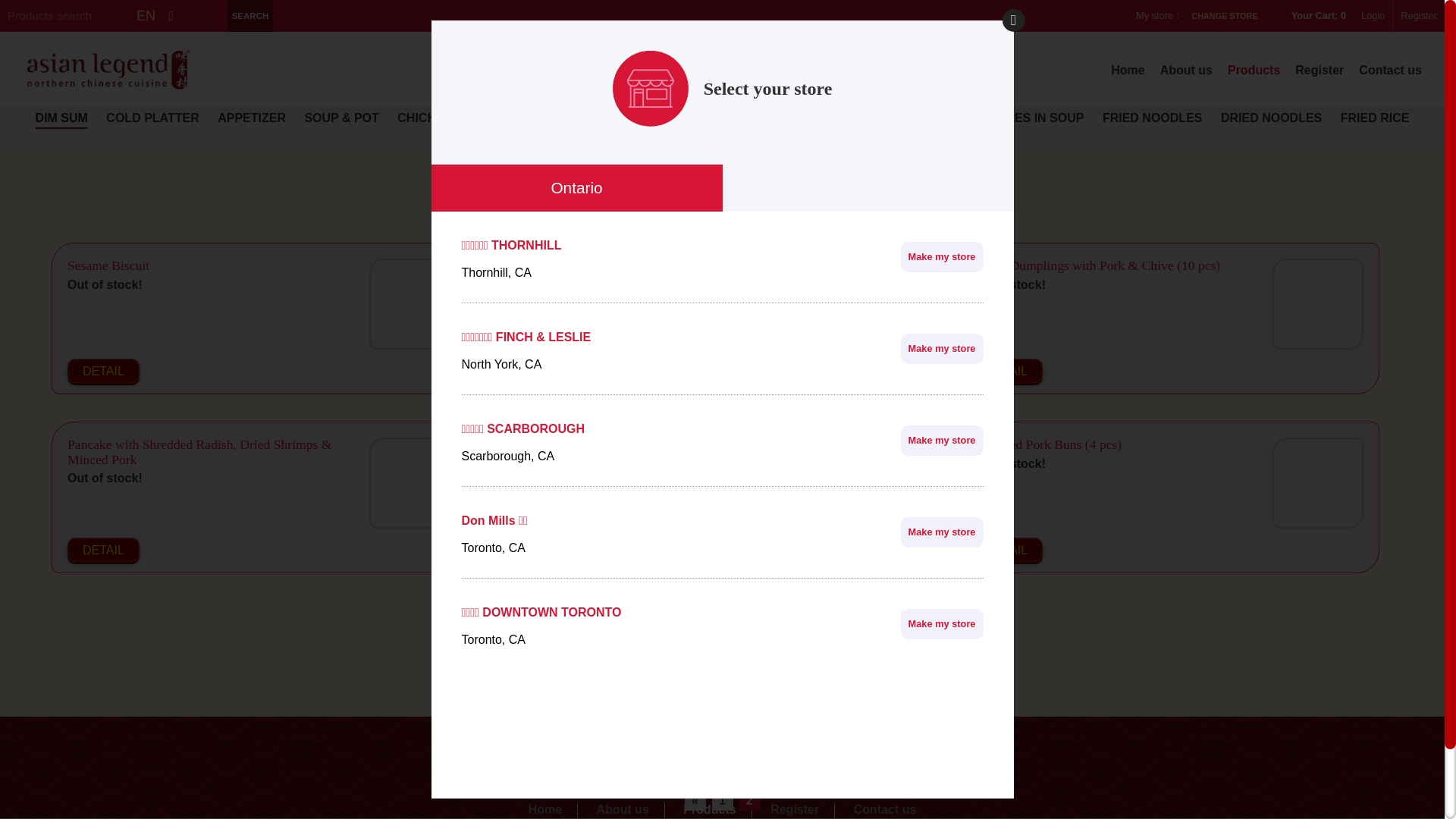  What do you see at coordinates (102, 371) in the screenshot?
I see `'DETAIL'` at bounding box center [102, 371].